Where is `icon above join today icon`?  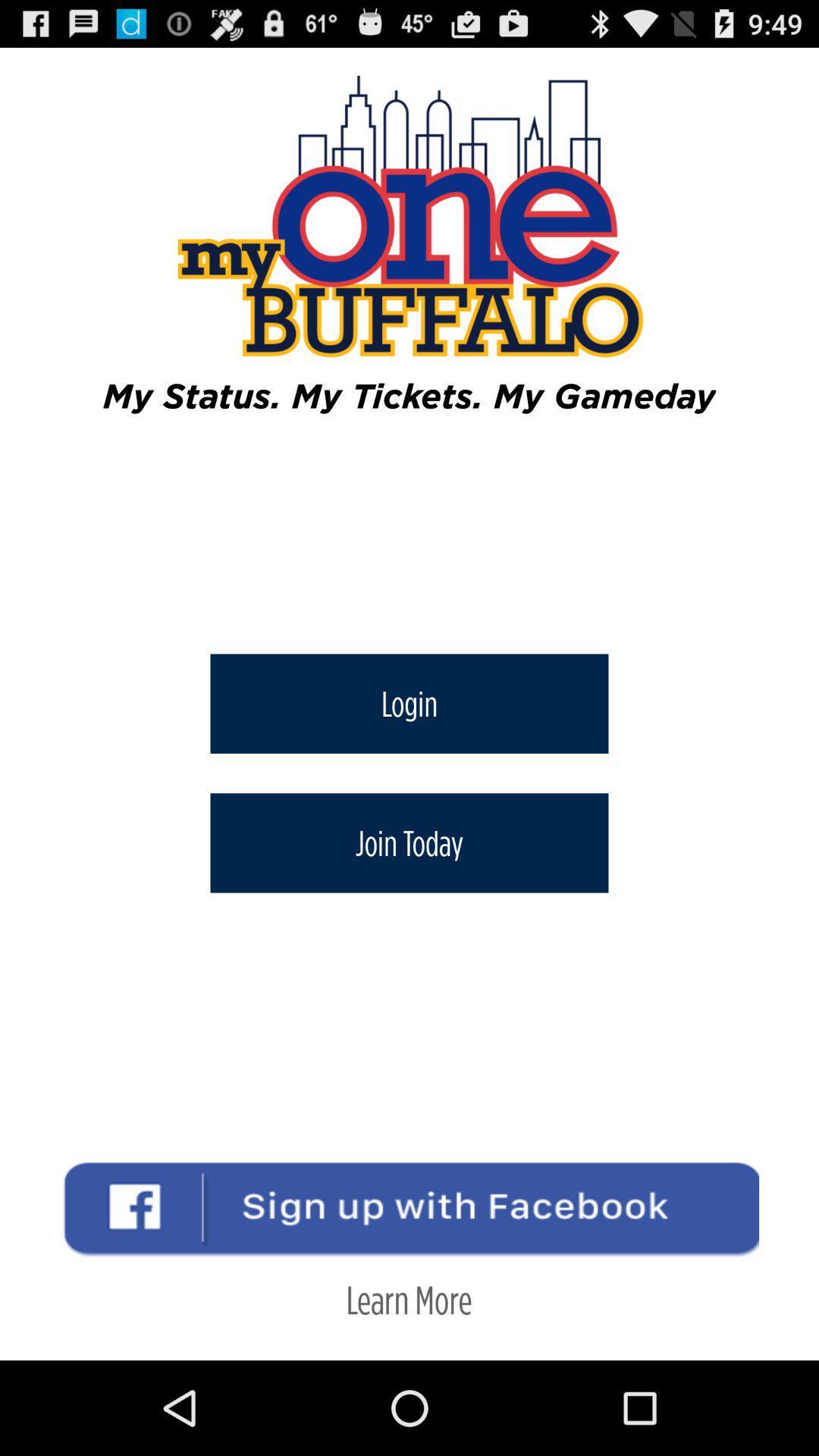 icon above join today icon is located at coordinates (409, 703).